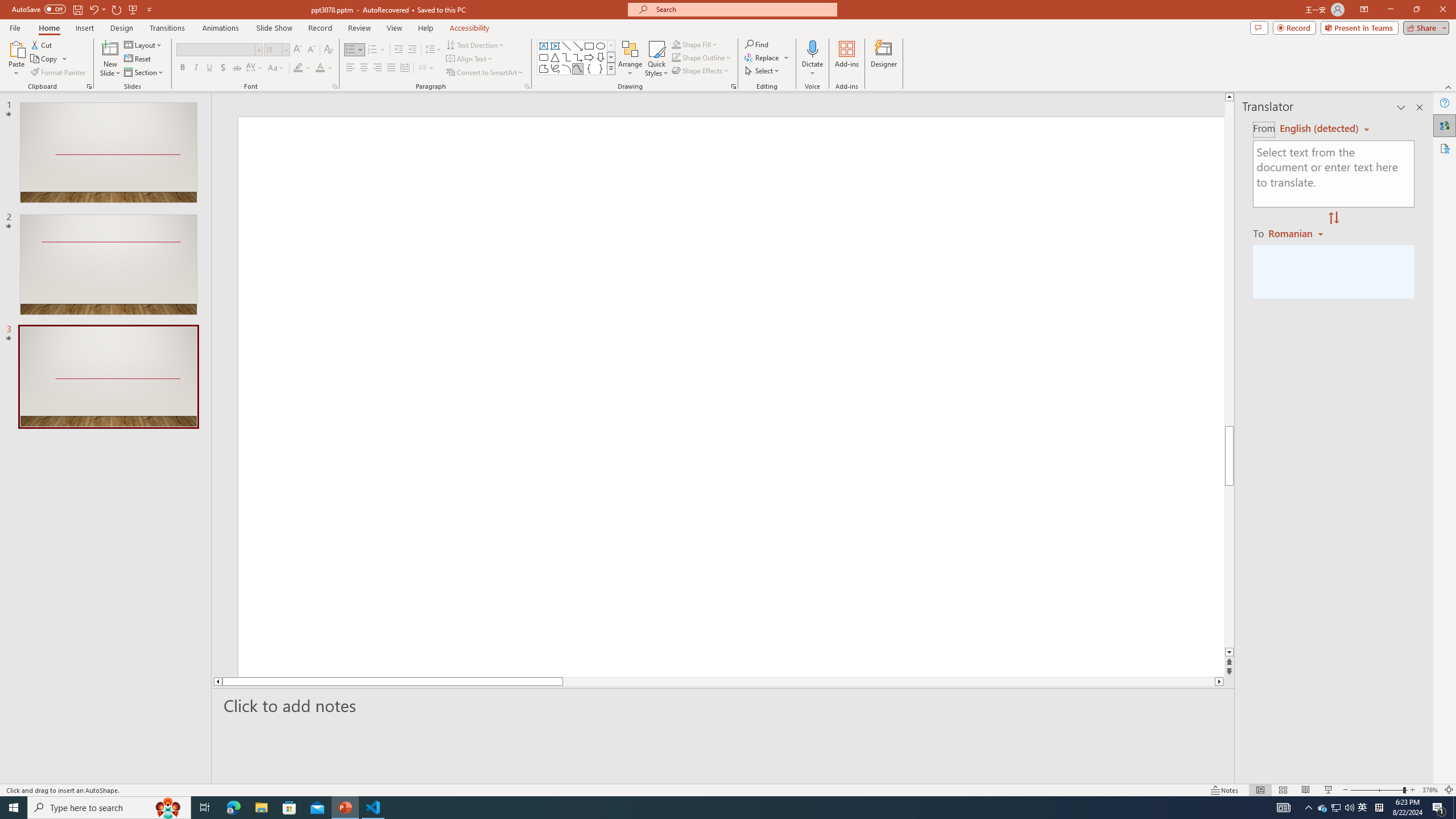 This screenshot has width=1456, height=819. What do you see at coordinates (554, 45) in the screenshot?
I see `'Vertical Text Box'` at bounding box center [554, 45].